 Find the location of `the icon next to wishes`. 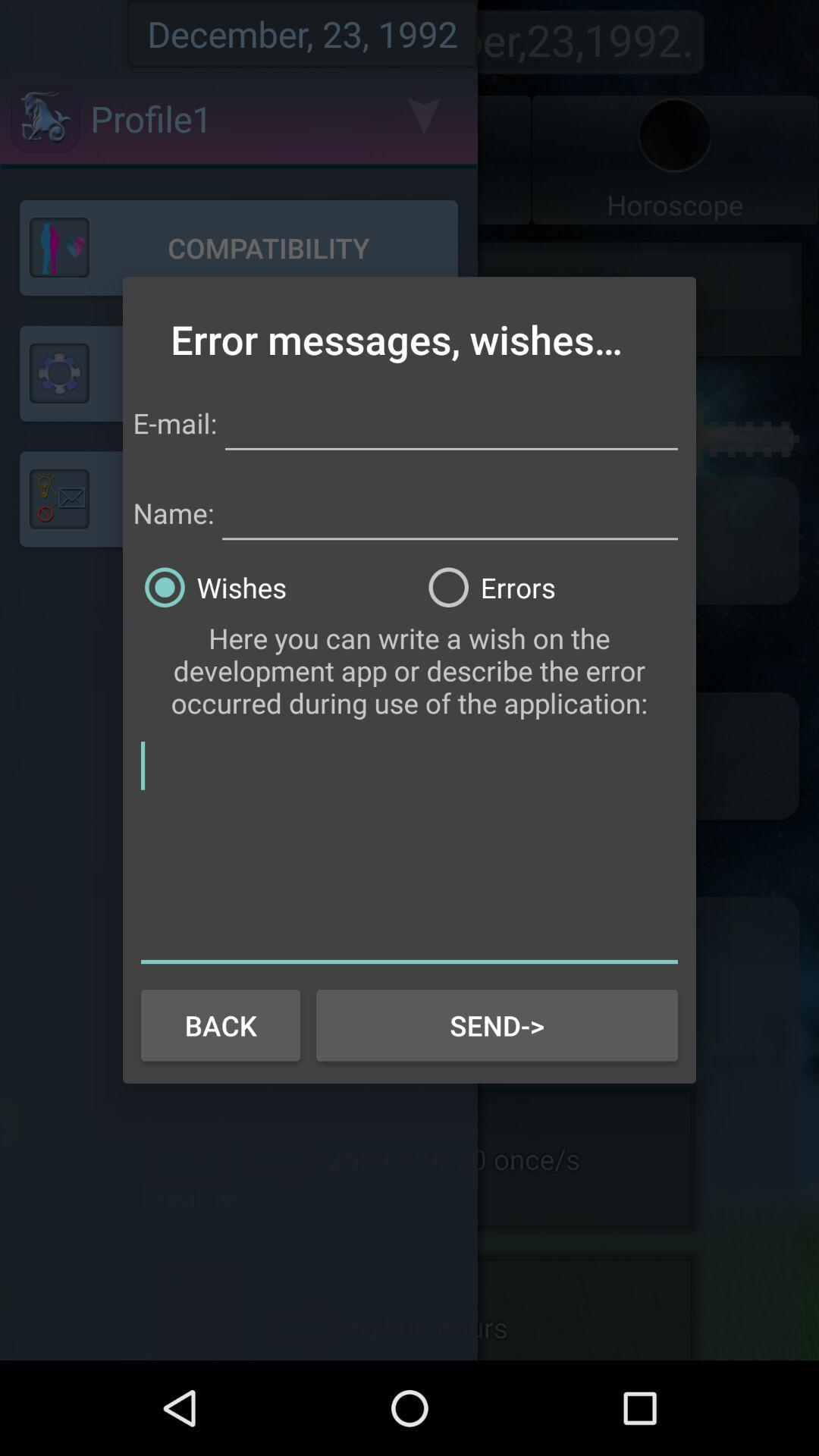

the icon next to wishes is located at coordinates (551, 586).